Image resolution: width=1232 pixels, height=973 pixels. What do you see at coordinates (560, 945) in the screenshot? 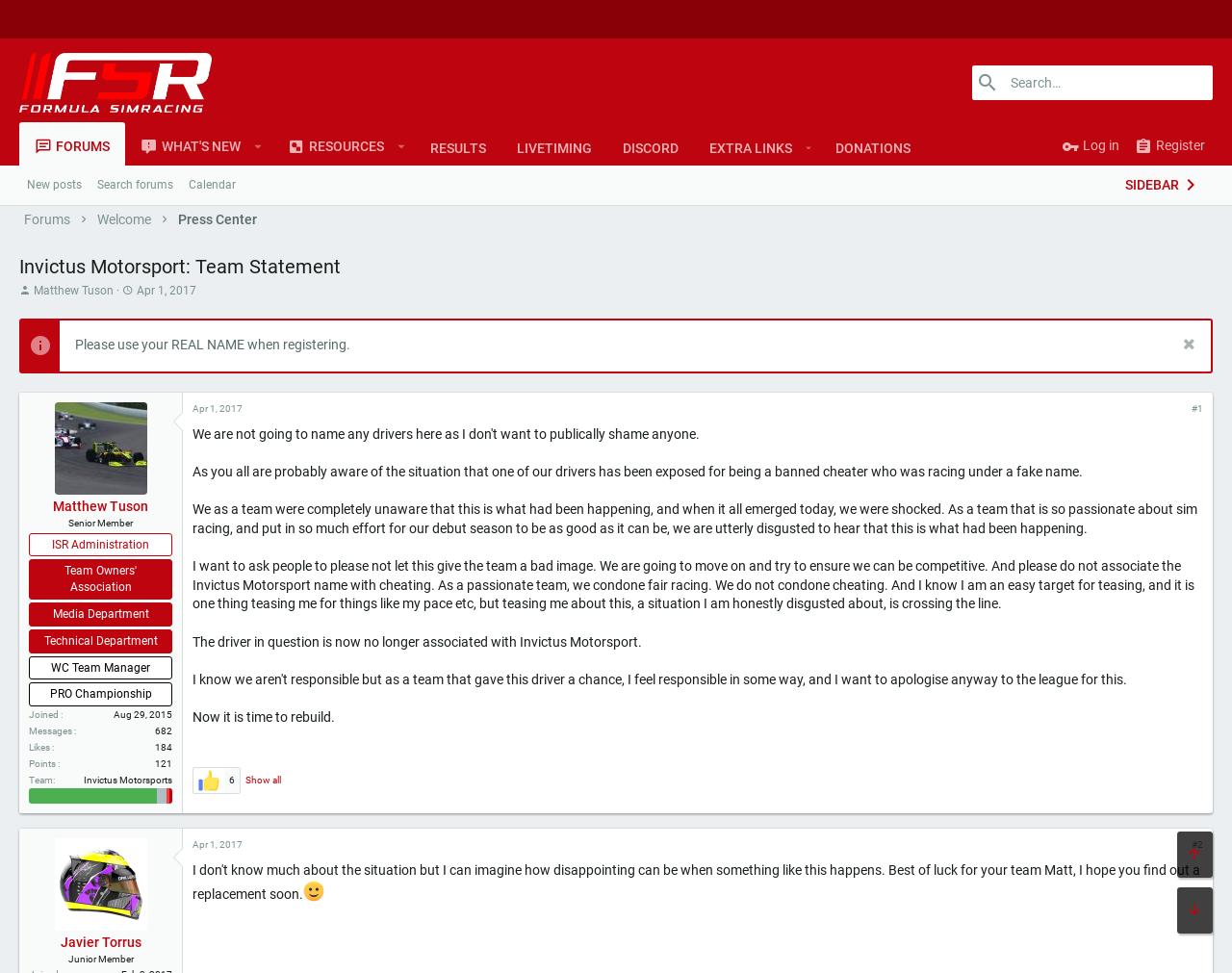
I see `'I don't know much about the situation but I can imagine how disappointing can be when something like this happens. Best of luck for your team Matt, I hope you find out a replacement soon.'` at bounding box center [560, 945].